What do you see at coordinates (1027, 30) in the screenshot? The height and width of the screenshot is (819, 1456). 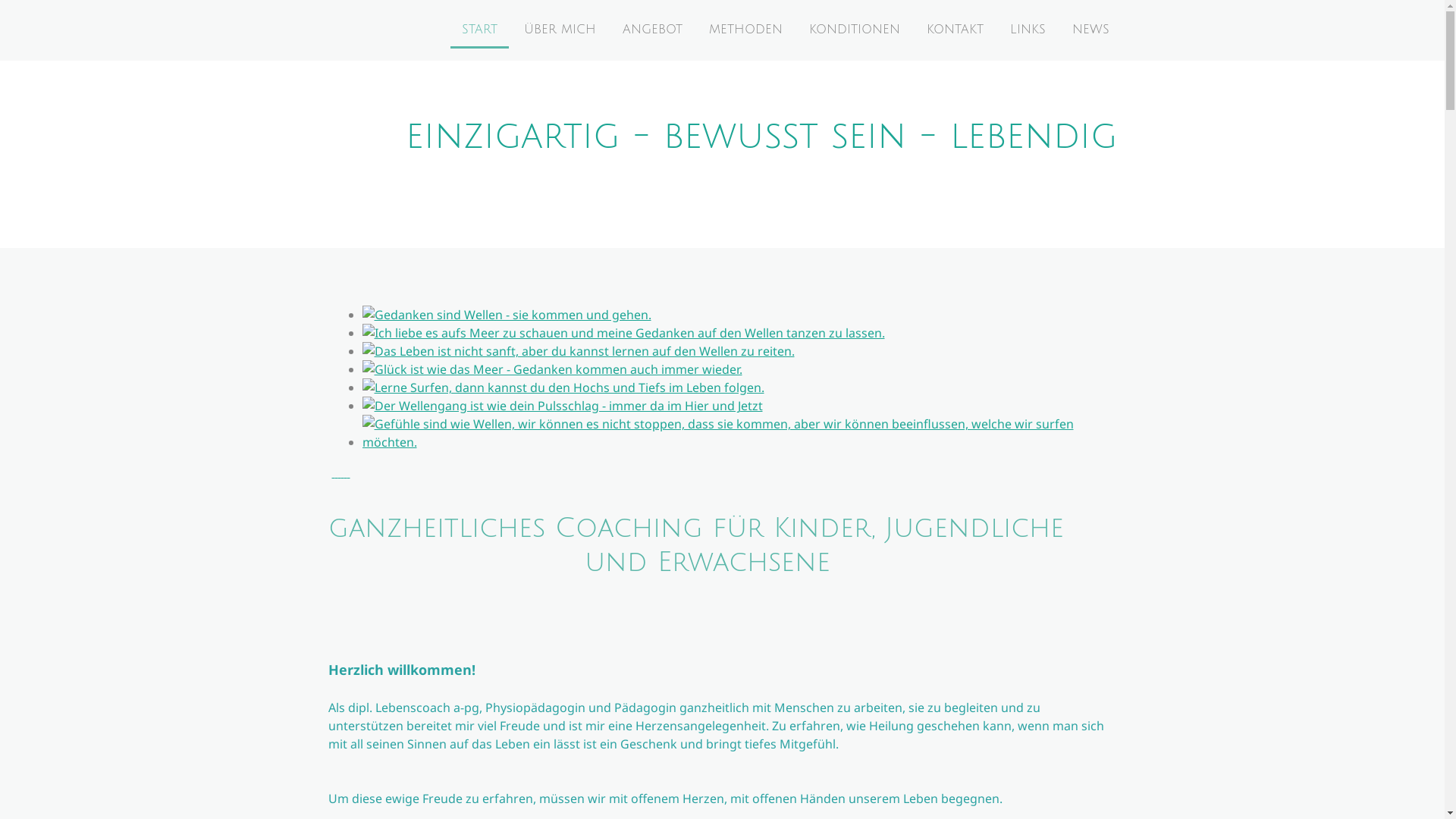 I see `'LINKS'` at bounding box center [1027, 30].